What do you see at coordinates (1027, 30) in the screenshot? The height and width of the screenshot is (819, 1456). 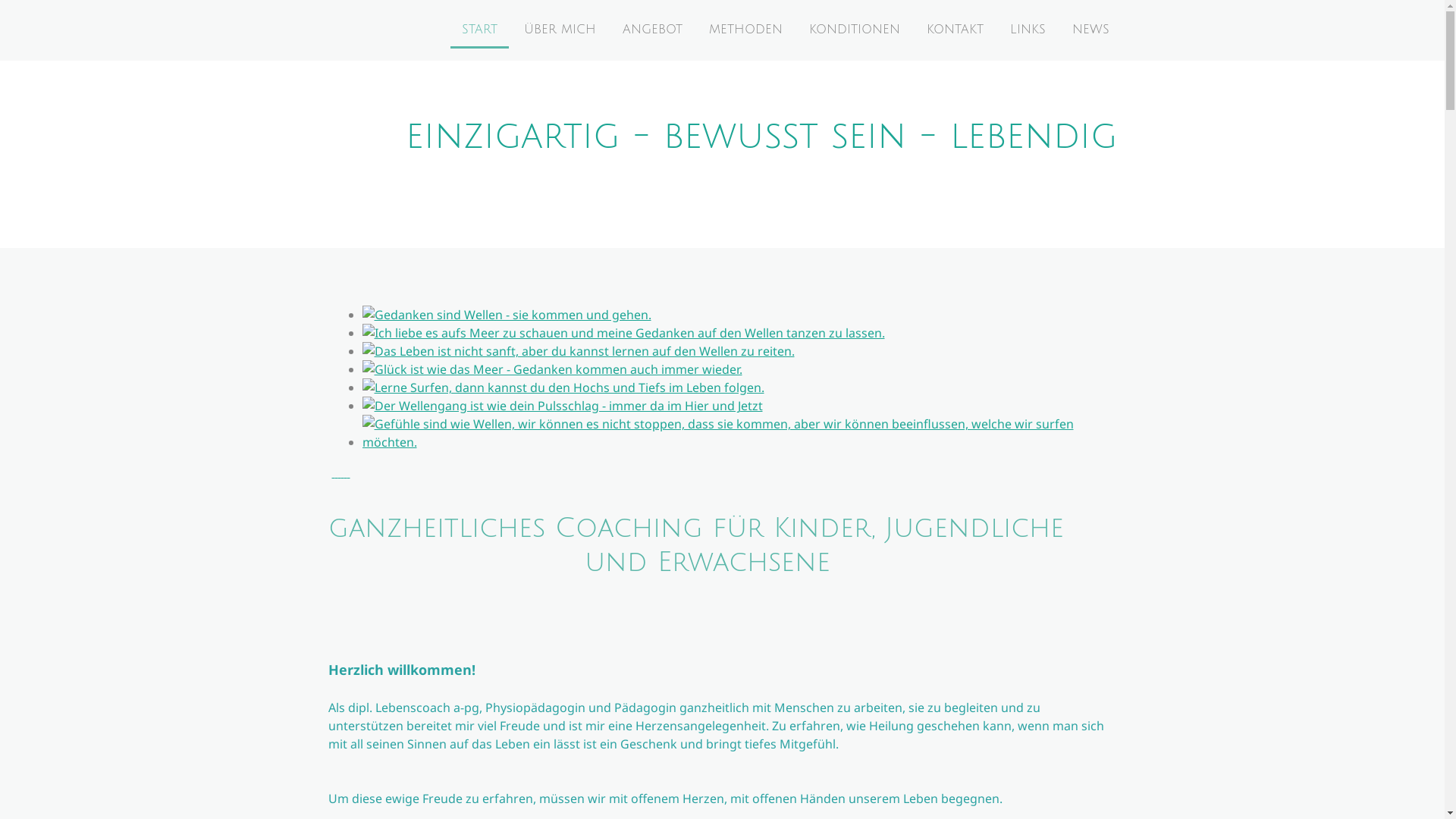 I see `'LINKS'` at bounding box center [1027, 30].